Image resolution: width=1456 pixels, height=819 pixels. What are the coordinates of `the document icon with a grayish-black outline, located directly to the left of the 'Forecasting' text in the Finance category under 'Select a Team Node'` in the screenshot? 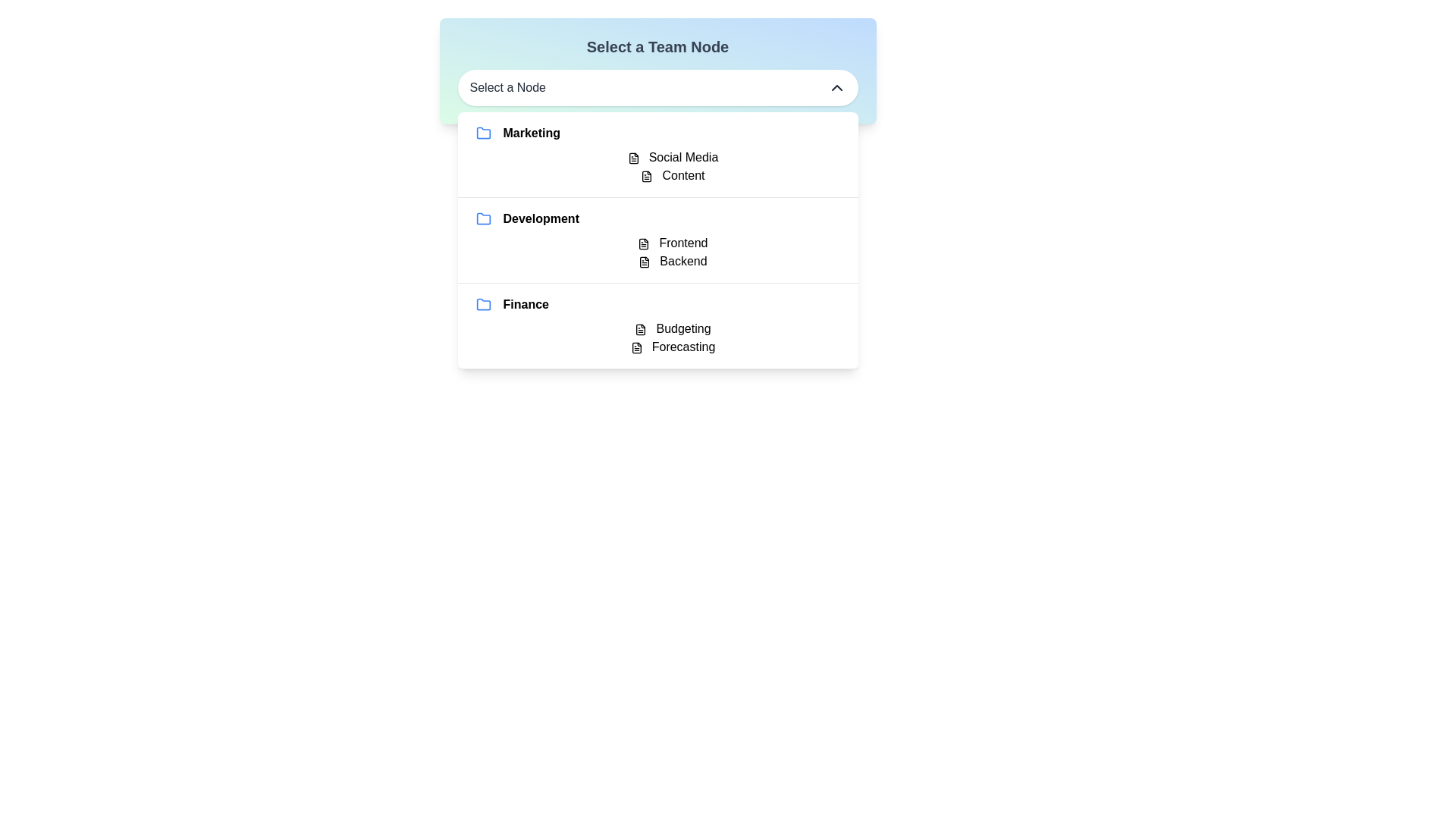 It's located at (636, 347).